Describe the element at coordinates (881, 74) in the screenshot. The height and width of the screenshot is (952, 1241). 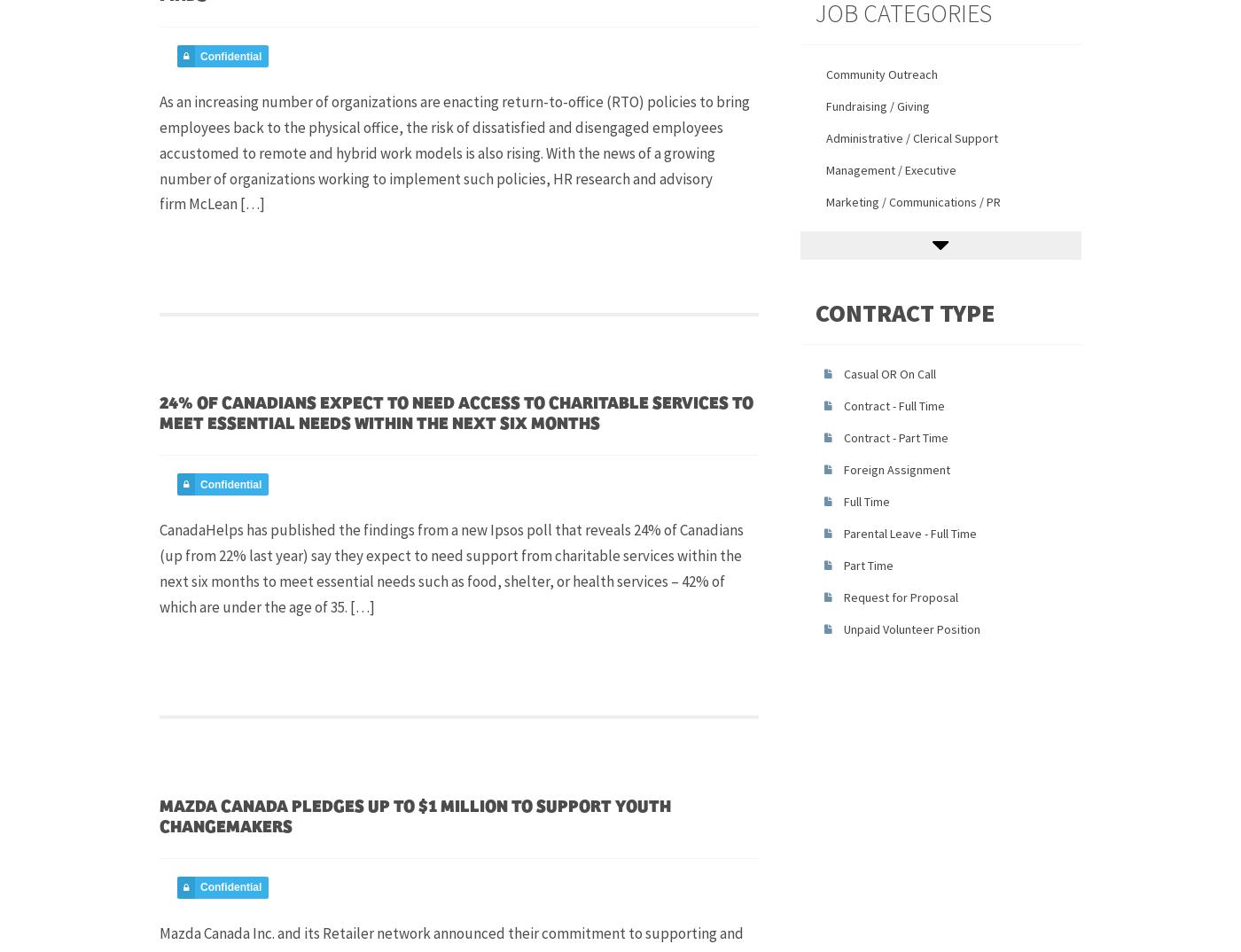
I see `'Community Outreach'` at that location.